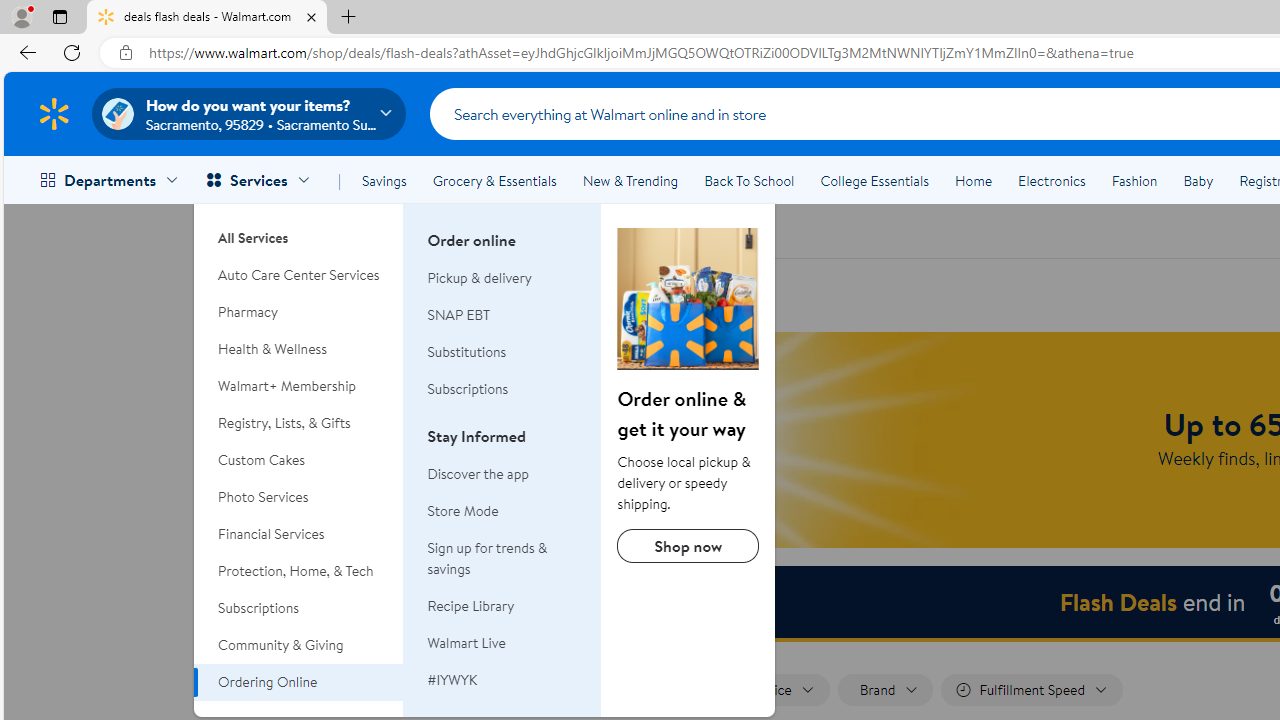 This screenshot has width=1280, height=720. What do you see at coordinates (487, 558) in the screenshot?
I see `'Sign up for trends & savings'` at bounding box center [487, 558].